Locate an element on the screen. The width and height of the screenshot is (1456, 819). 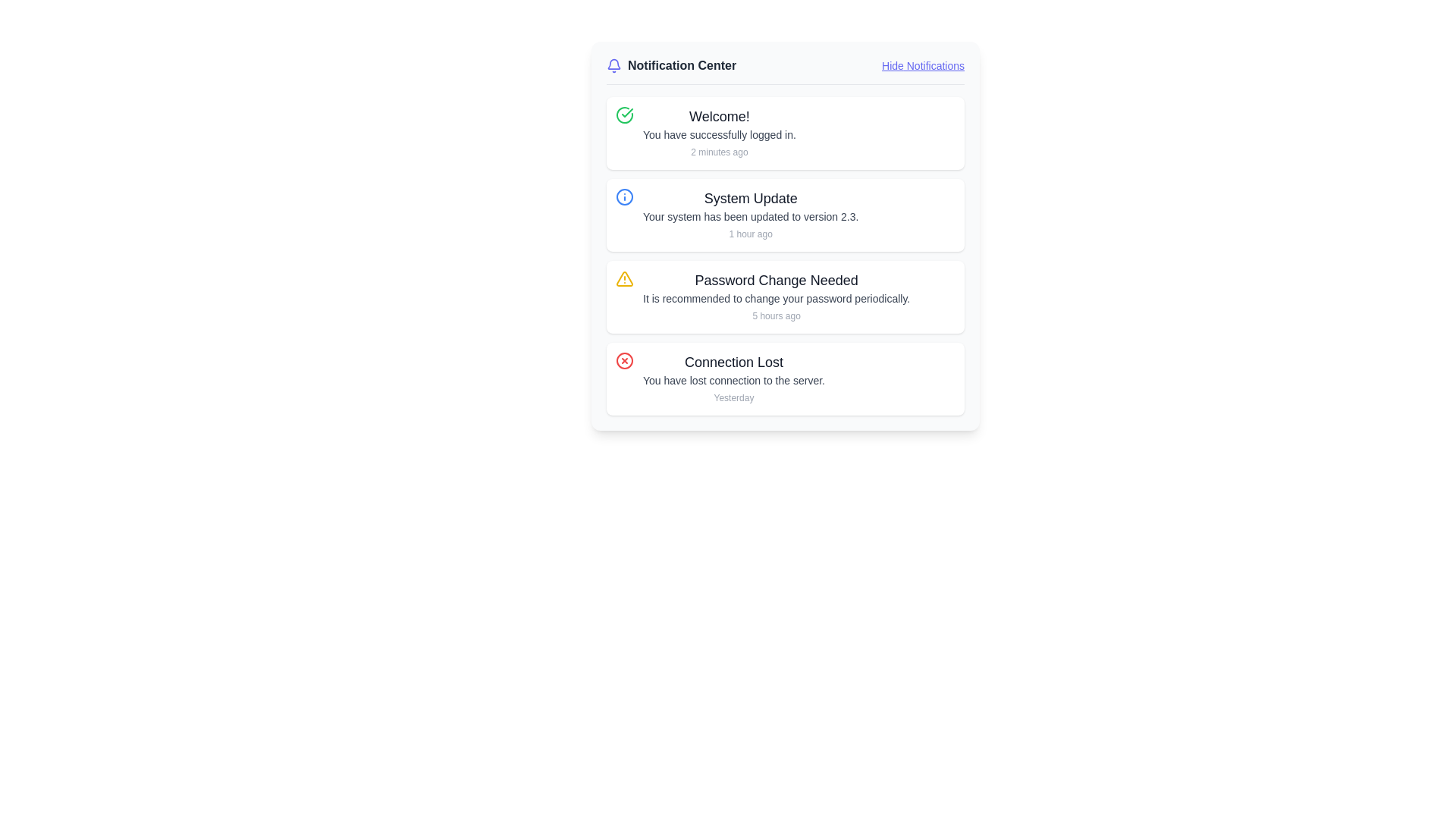
the text display element that shows the welcome message 'Welcome!', the message 'You have successfully logged in.', and the timestamp '2 minutes ago' is located at coordinates (718, 133).